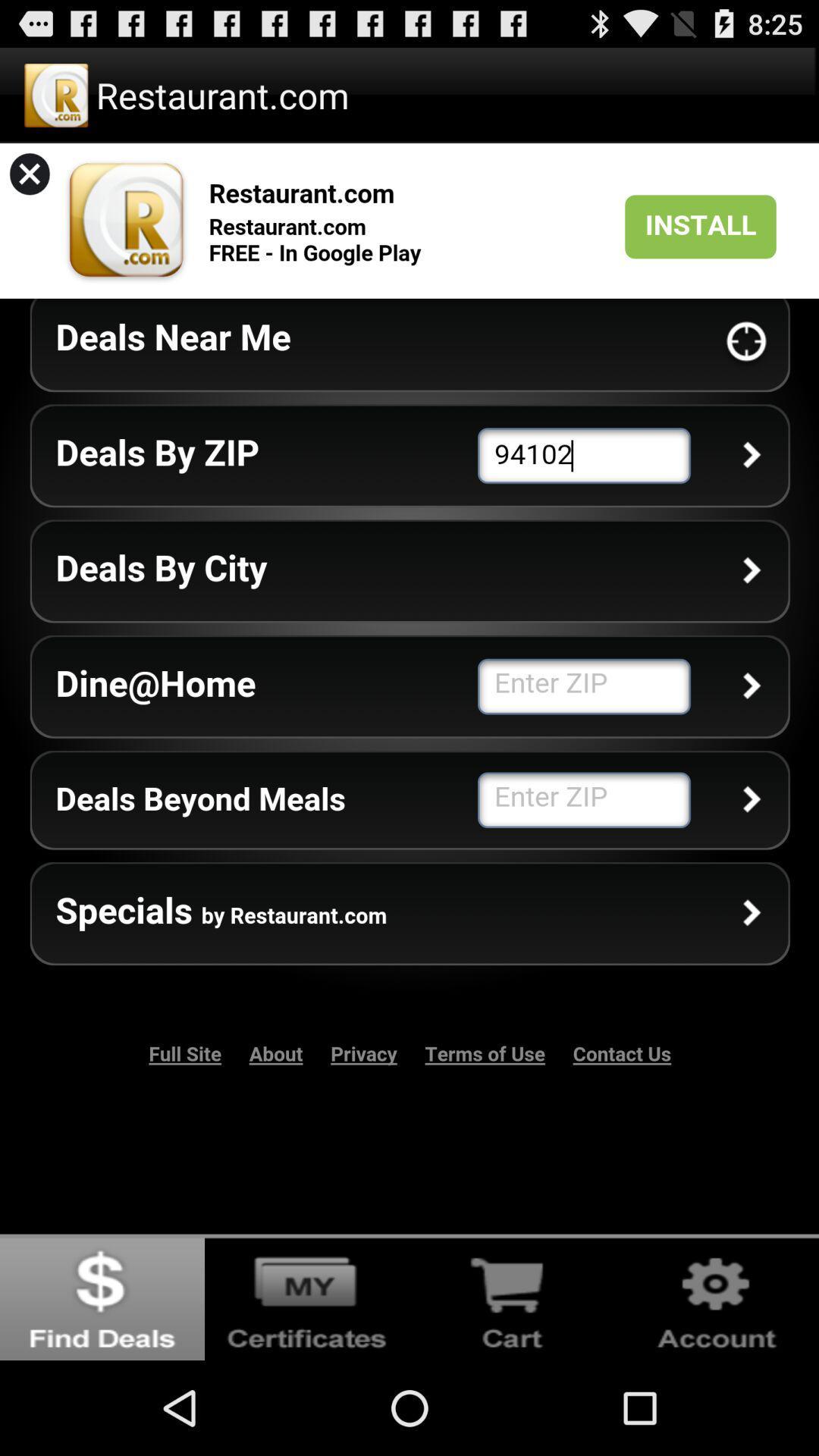 This screenshot has height=1456, width=819. I want to click on seetings icon, so click(717, 1296).